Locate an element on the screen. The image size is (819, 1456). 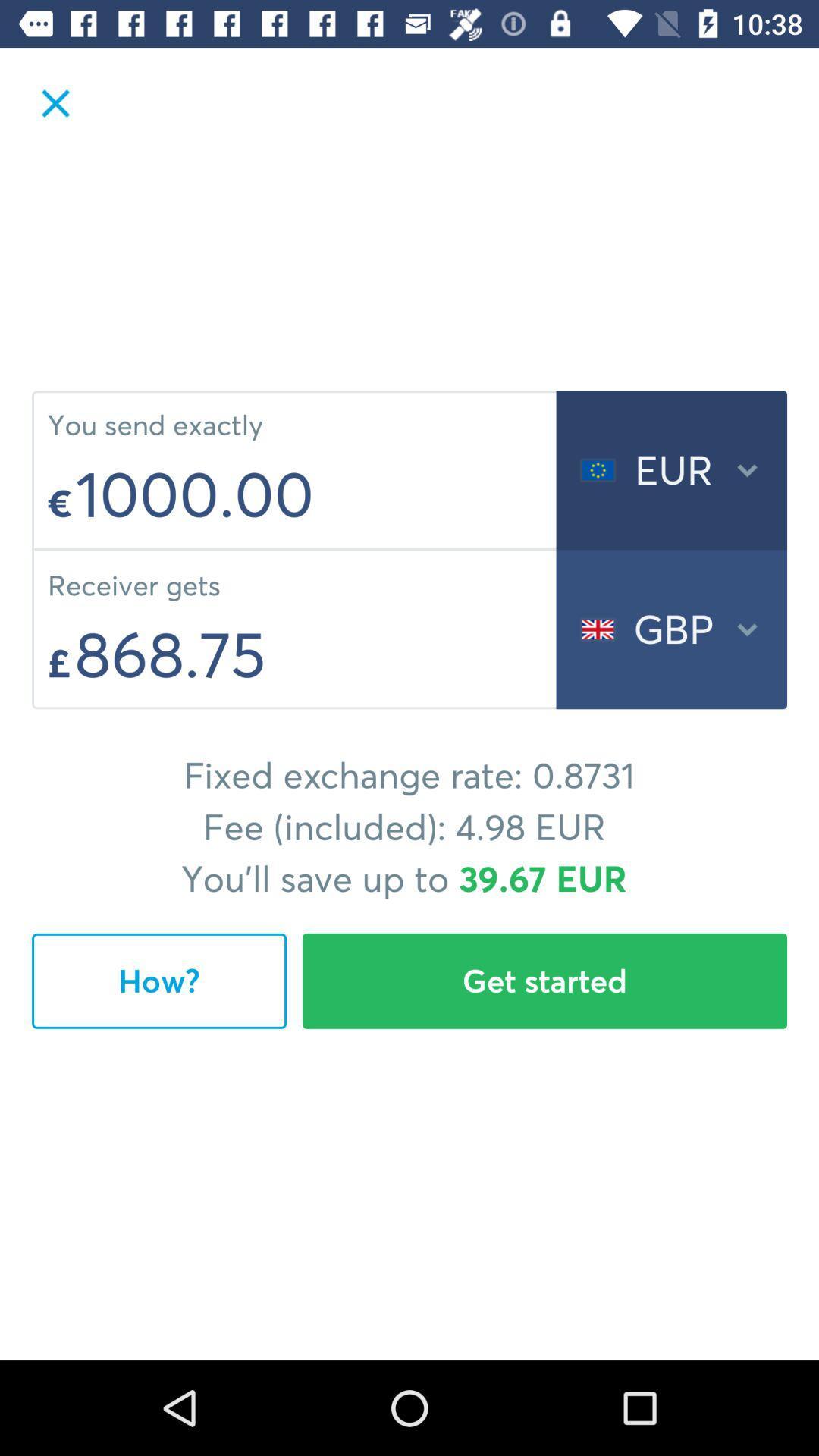
the item next to the get started icon is located at coordinates (158, 981).